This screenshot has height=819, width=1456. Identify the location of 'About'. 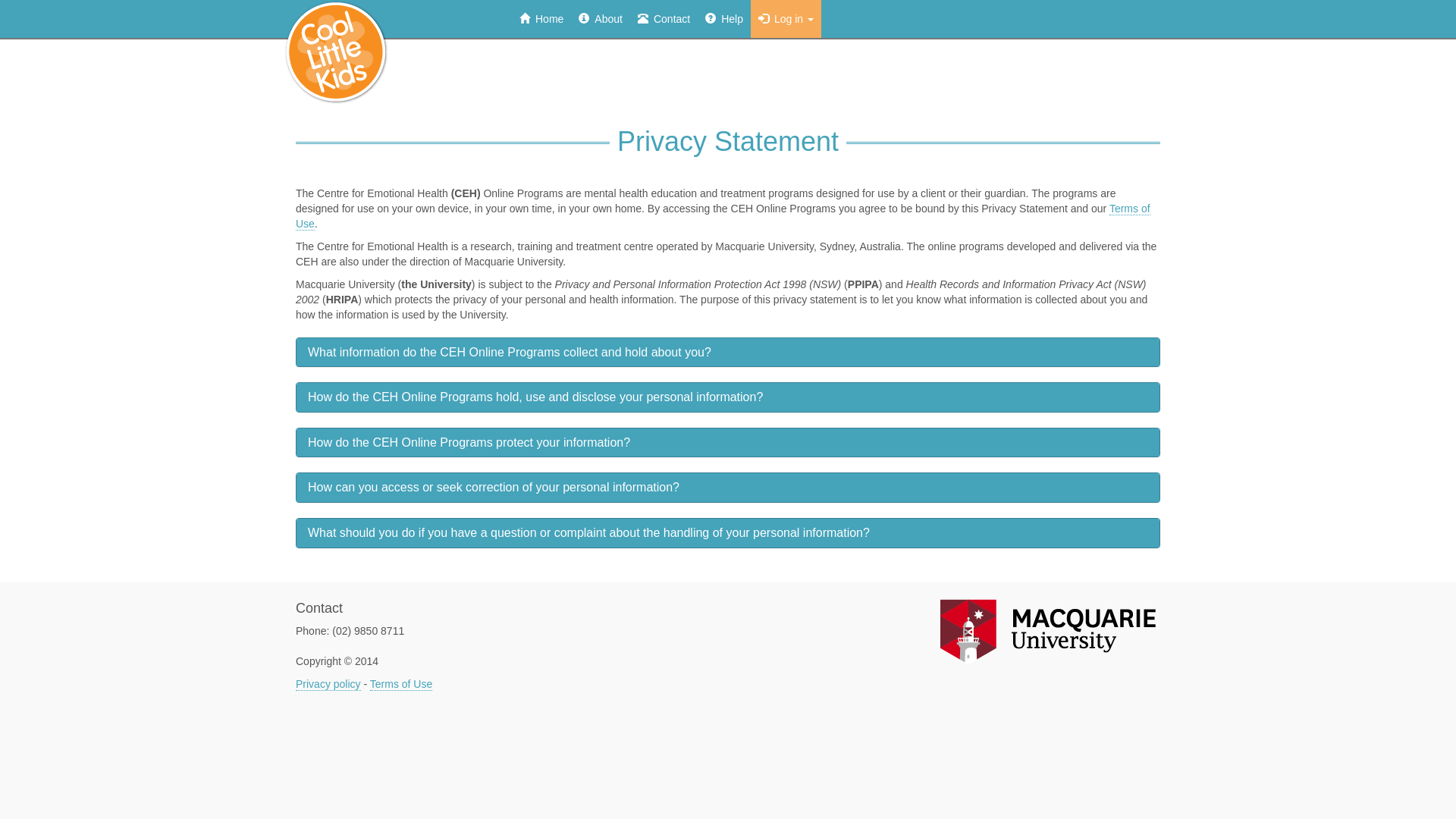
(600, 18).